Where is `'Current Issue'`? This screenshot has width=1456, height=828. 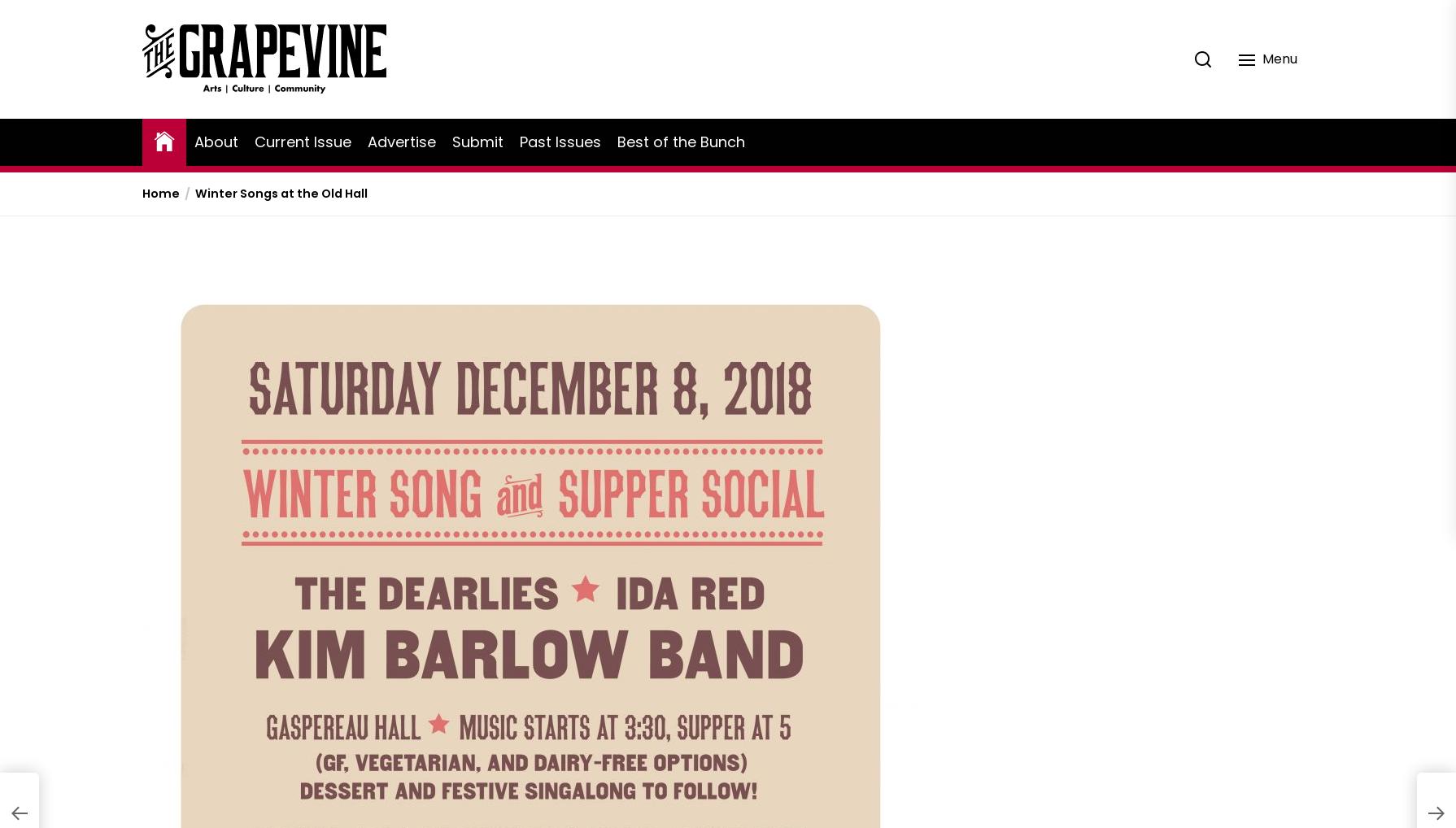 'Current Issue' is located at coordinates (303, 141).